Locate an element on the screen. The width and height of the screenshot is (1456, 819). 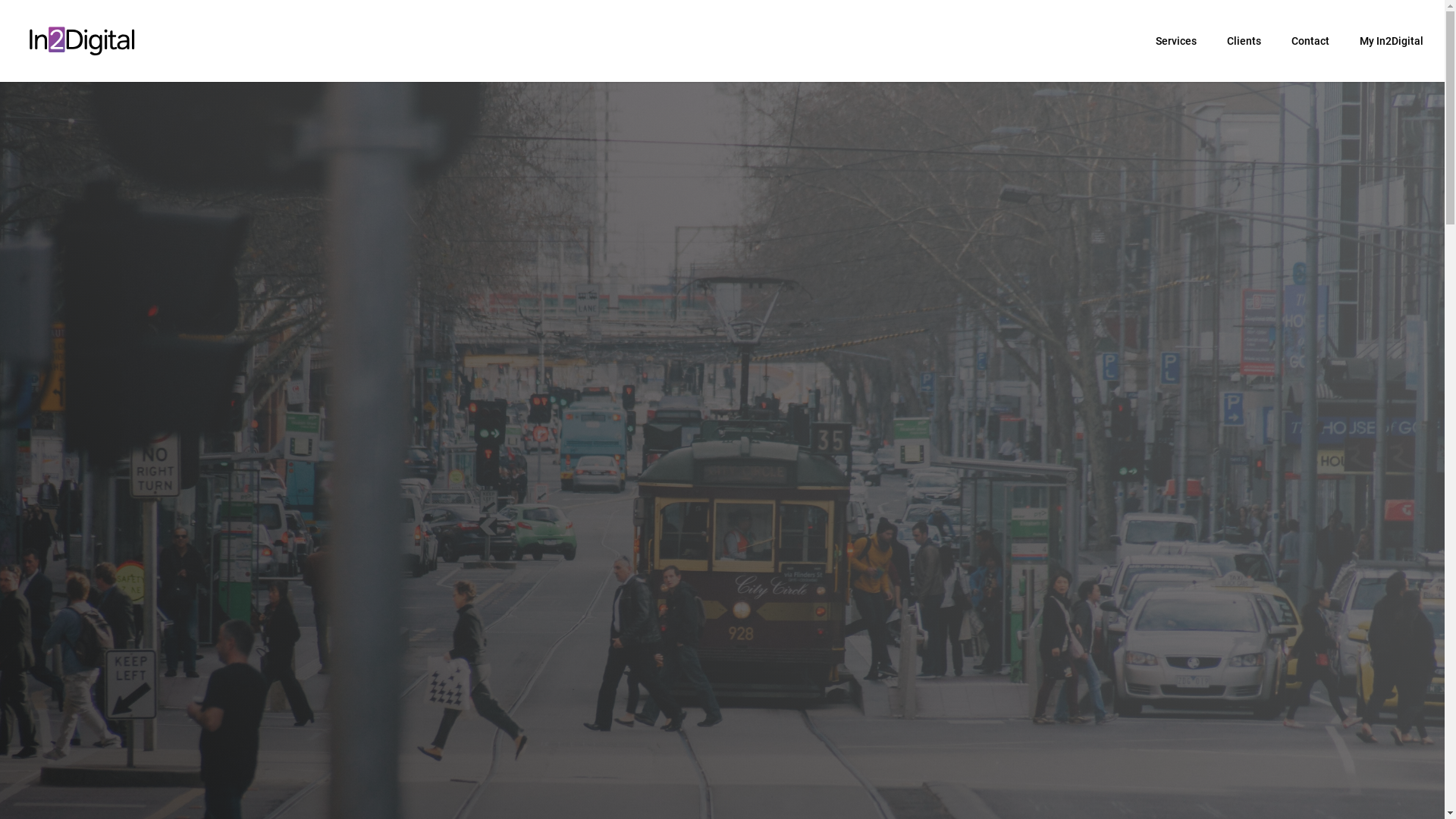
'Services' is located at coordinates (1175, 40).